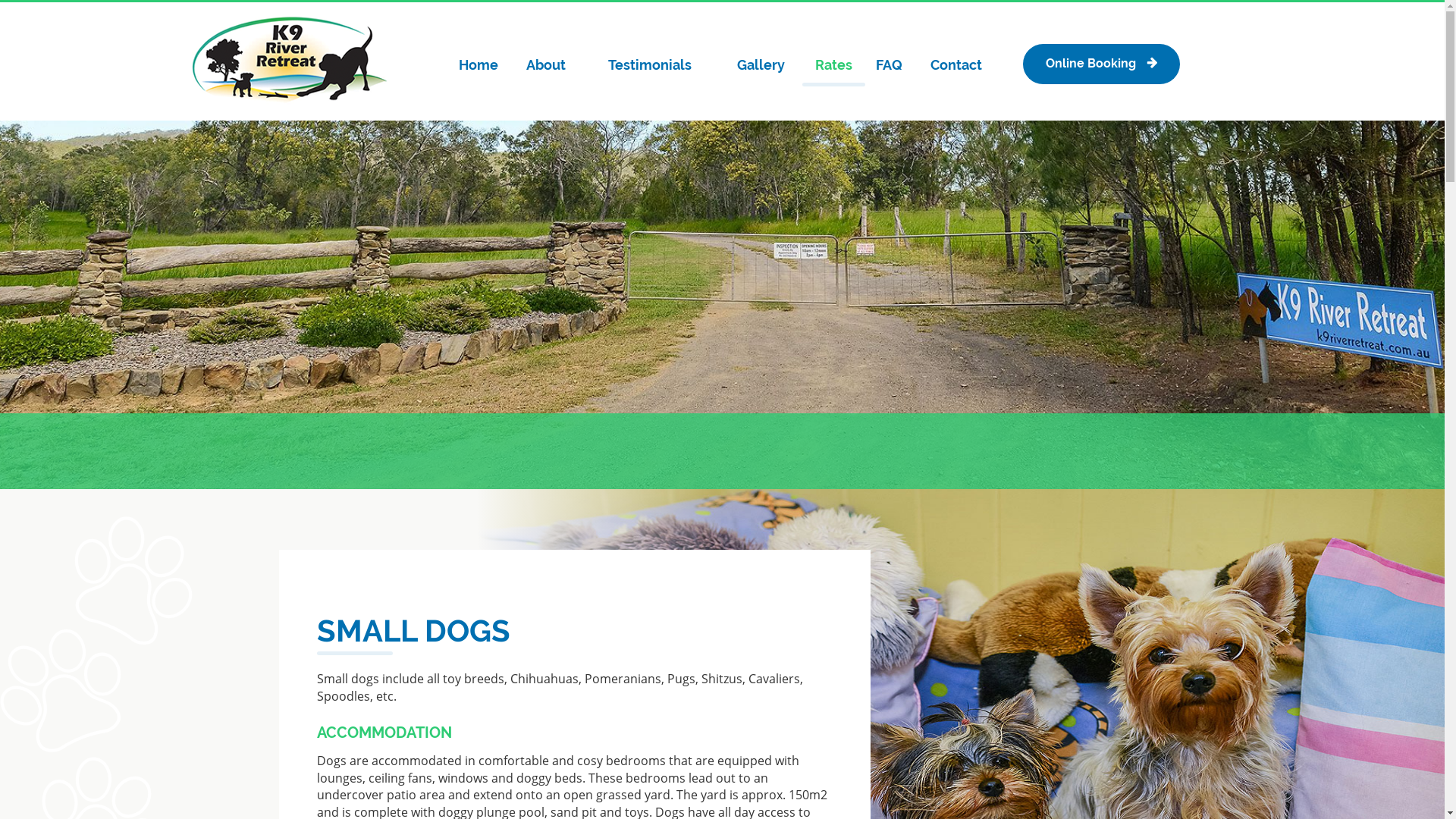 The height and width of the screenshot is (819, 1456). I want to click on 'Online Booking', so click(1100, 63).